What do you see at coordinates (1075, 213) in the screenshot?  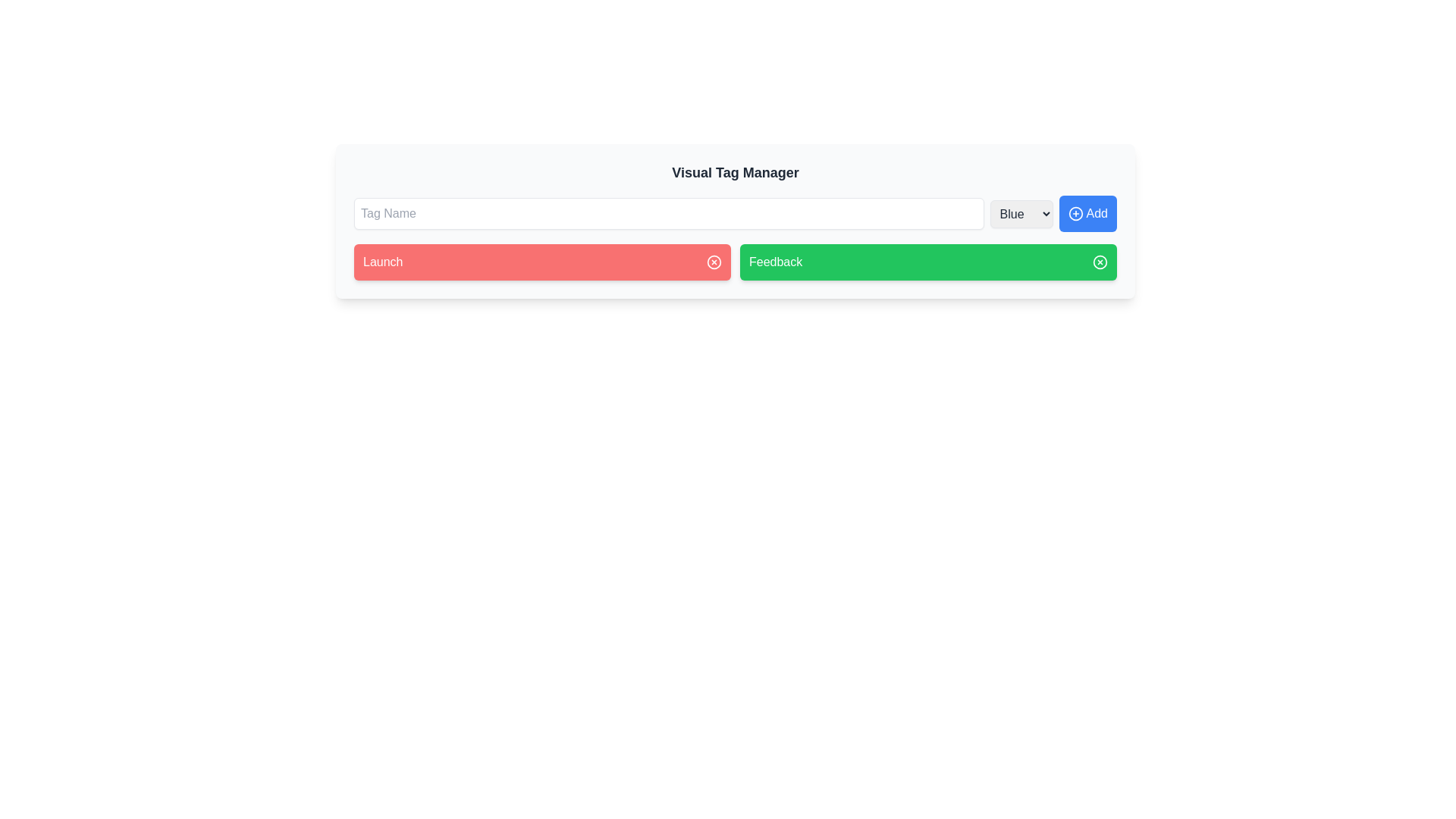 I see `the small circular icon with a '+' symbol, which is part of the blue 'Add' button located in the top-right section of the interface` at bounding box center [1075, 213].